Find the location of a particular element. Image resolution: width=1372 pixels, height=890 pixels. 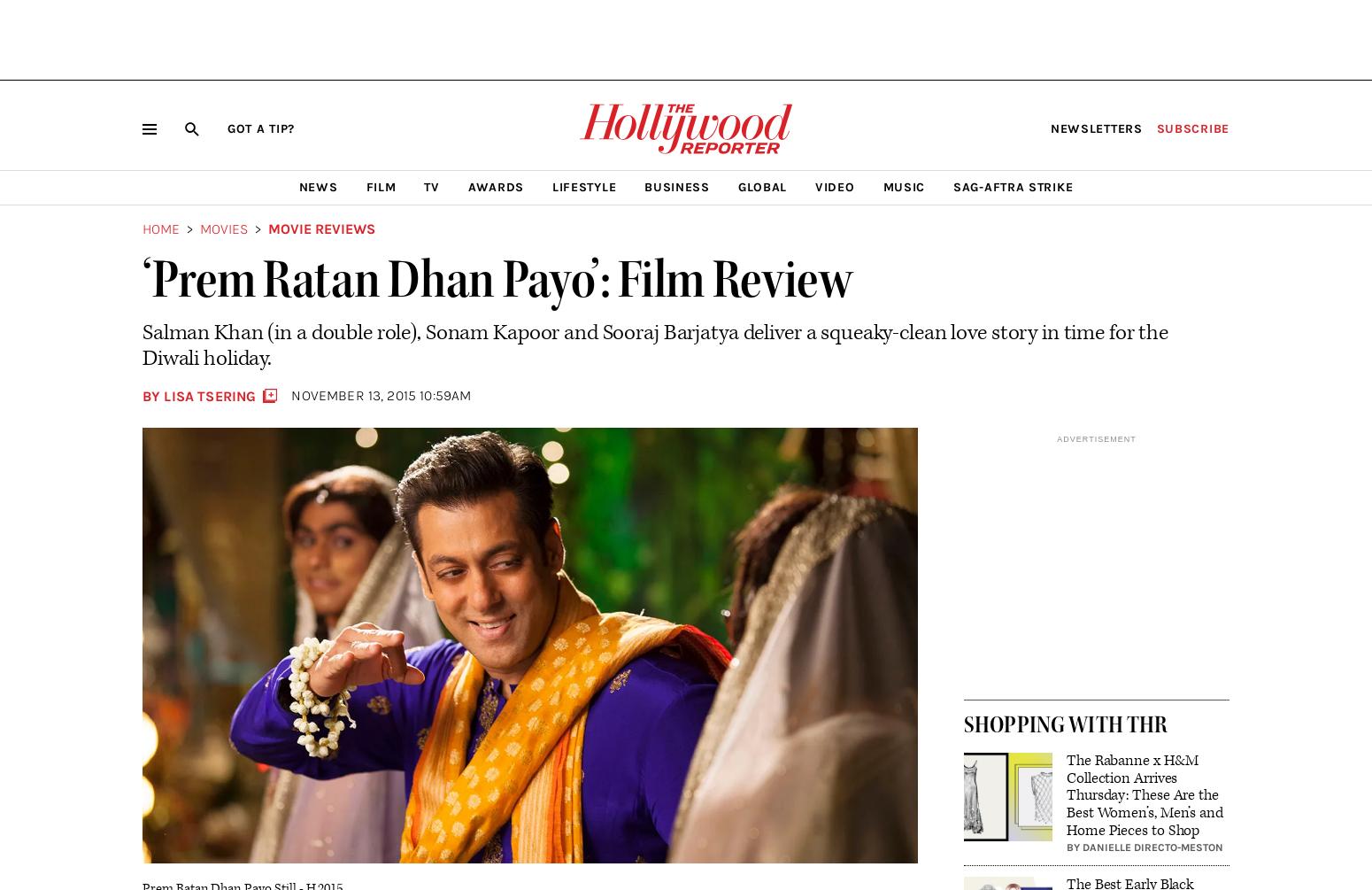

'Movie Reviews' is located at coordinates (320, 228).